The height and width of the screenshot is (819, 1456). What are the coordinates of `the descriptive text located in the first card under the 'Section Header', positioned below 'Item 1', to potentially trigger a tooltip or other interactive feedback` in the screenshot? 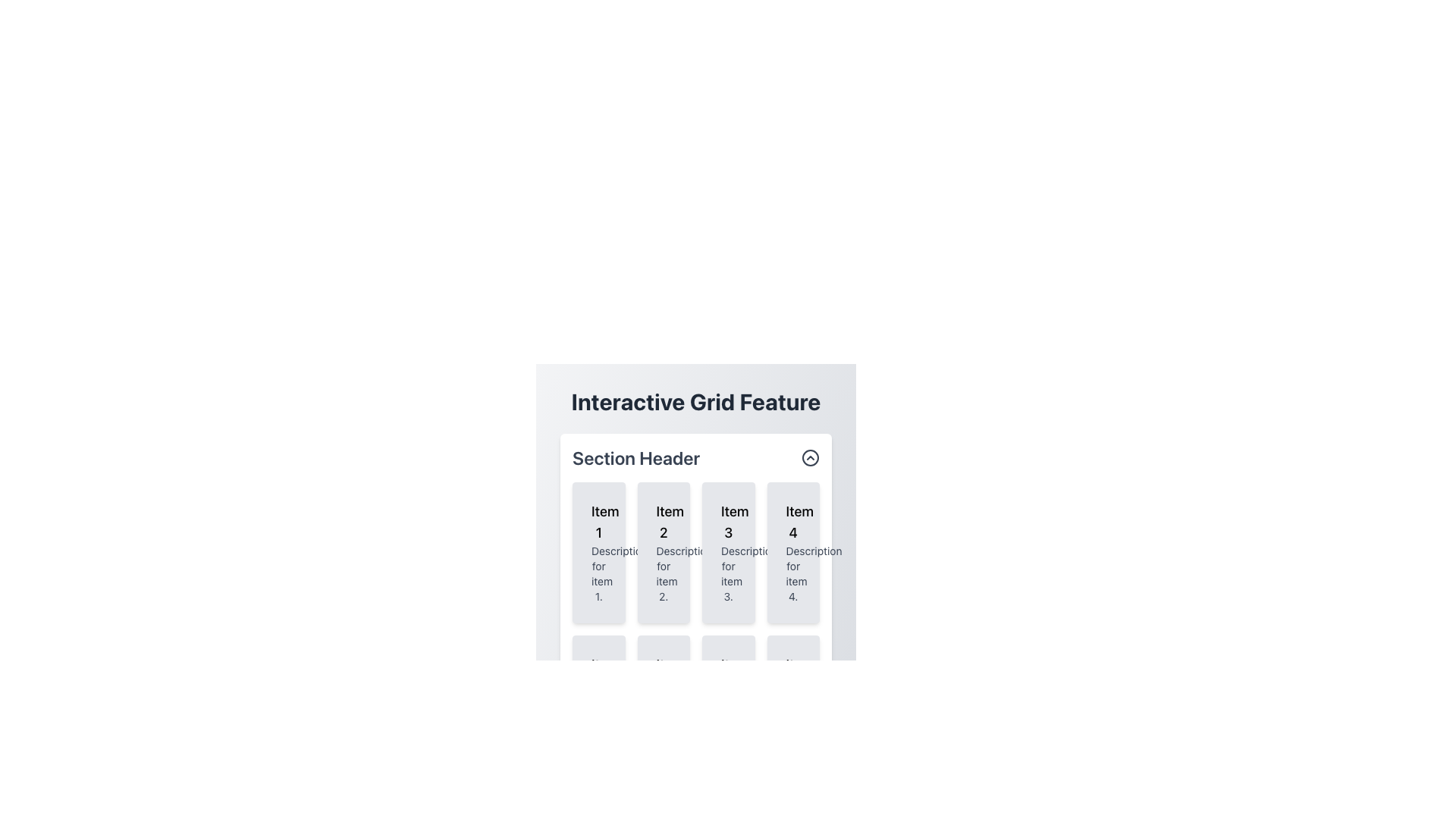 It's located at (598, 573).